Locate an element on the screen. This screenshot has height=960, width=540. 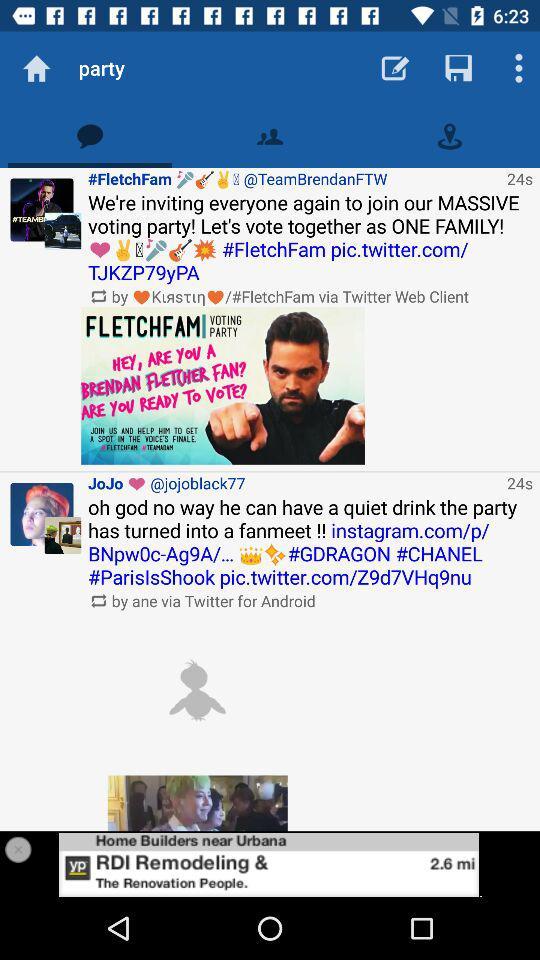
the item next to the 24s is located at coordinates (293, 482).